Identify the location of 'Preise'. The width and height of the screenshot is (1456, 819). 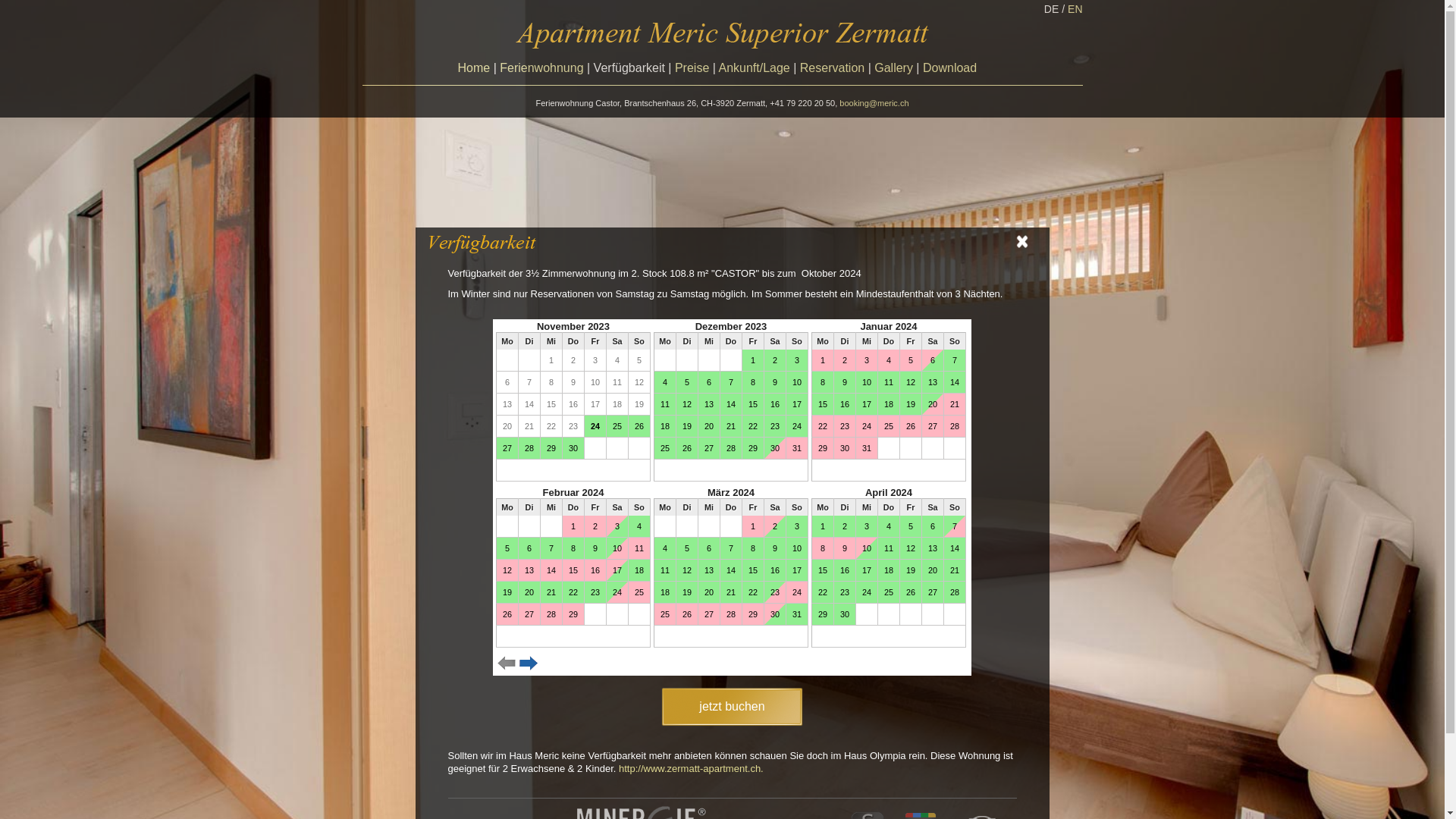
(673, 67).